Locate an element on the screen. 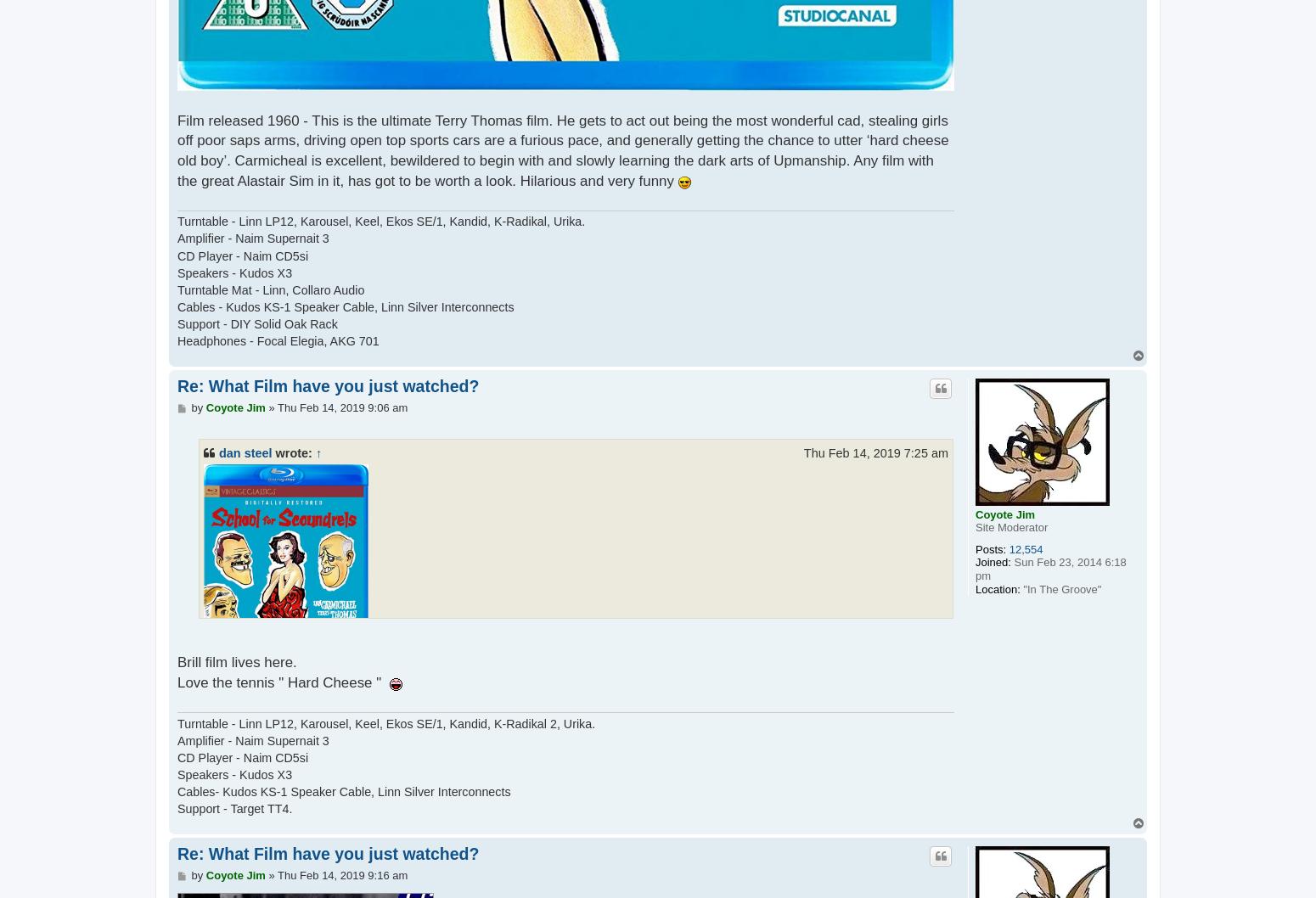  'Thu Feb 14, 2019 7:25 am' is located at coordinates (801, 452).